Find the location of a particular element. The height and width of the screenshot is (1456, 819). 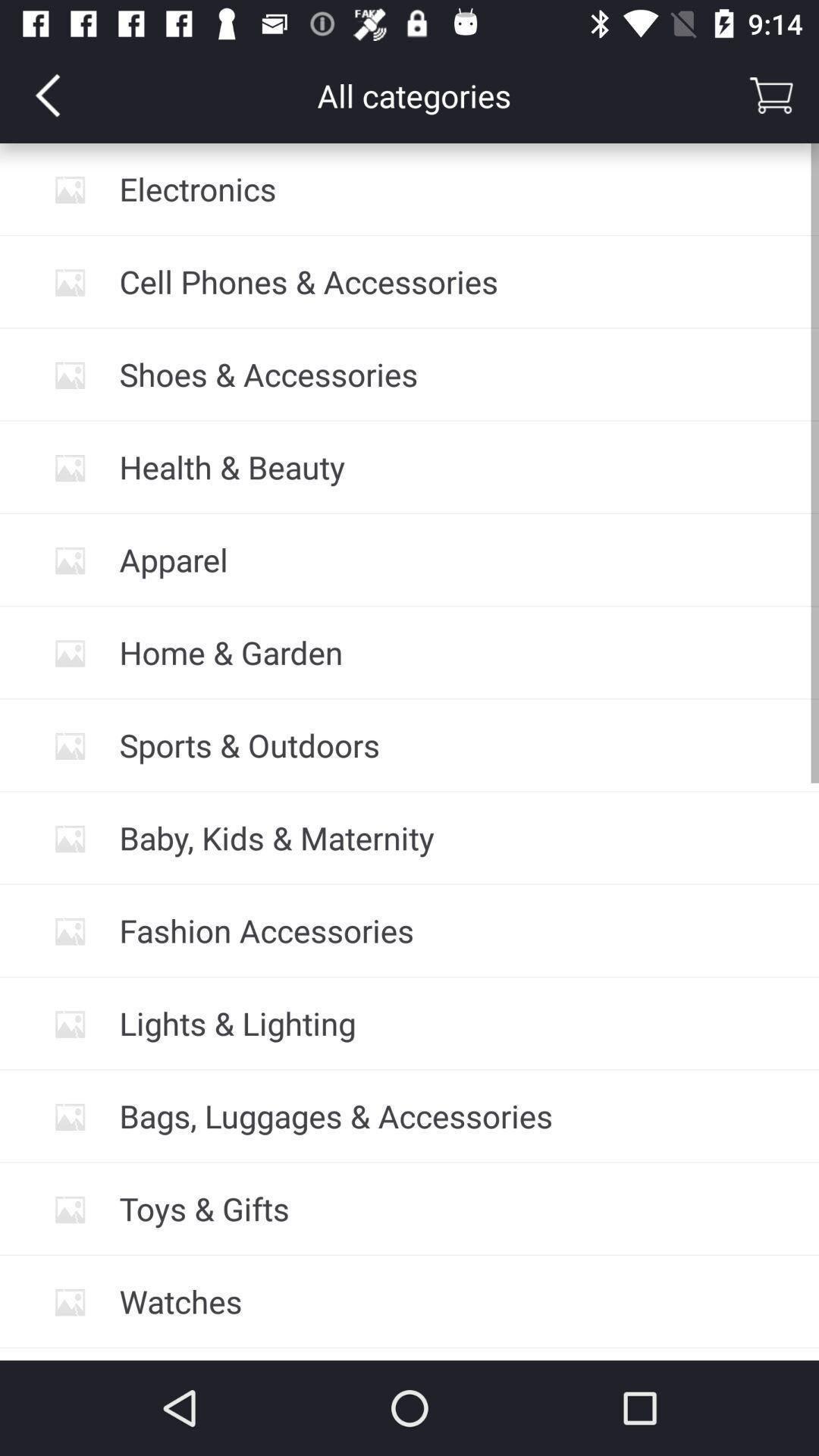

the arrow_backward icon is located at coordinates (46, 94).